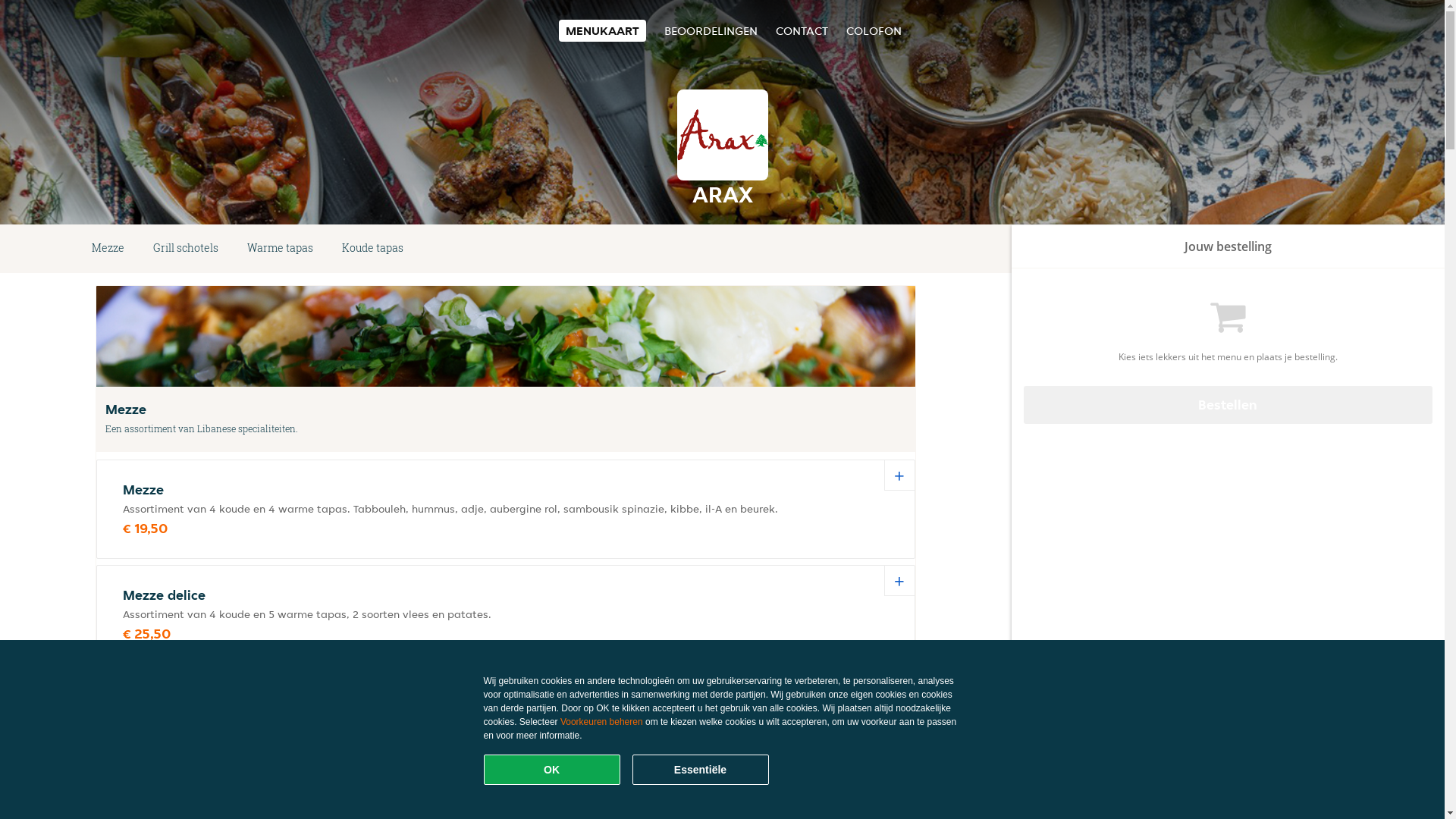  What do you see at coordinates (557, 30) in the screenshot?
I see `'MENUKAART'` at bounding box center [557, 30].